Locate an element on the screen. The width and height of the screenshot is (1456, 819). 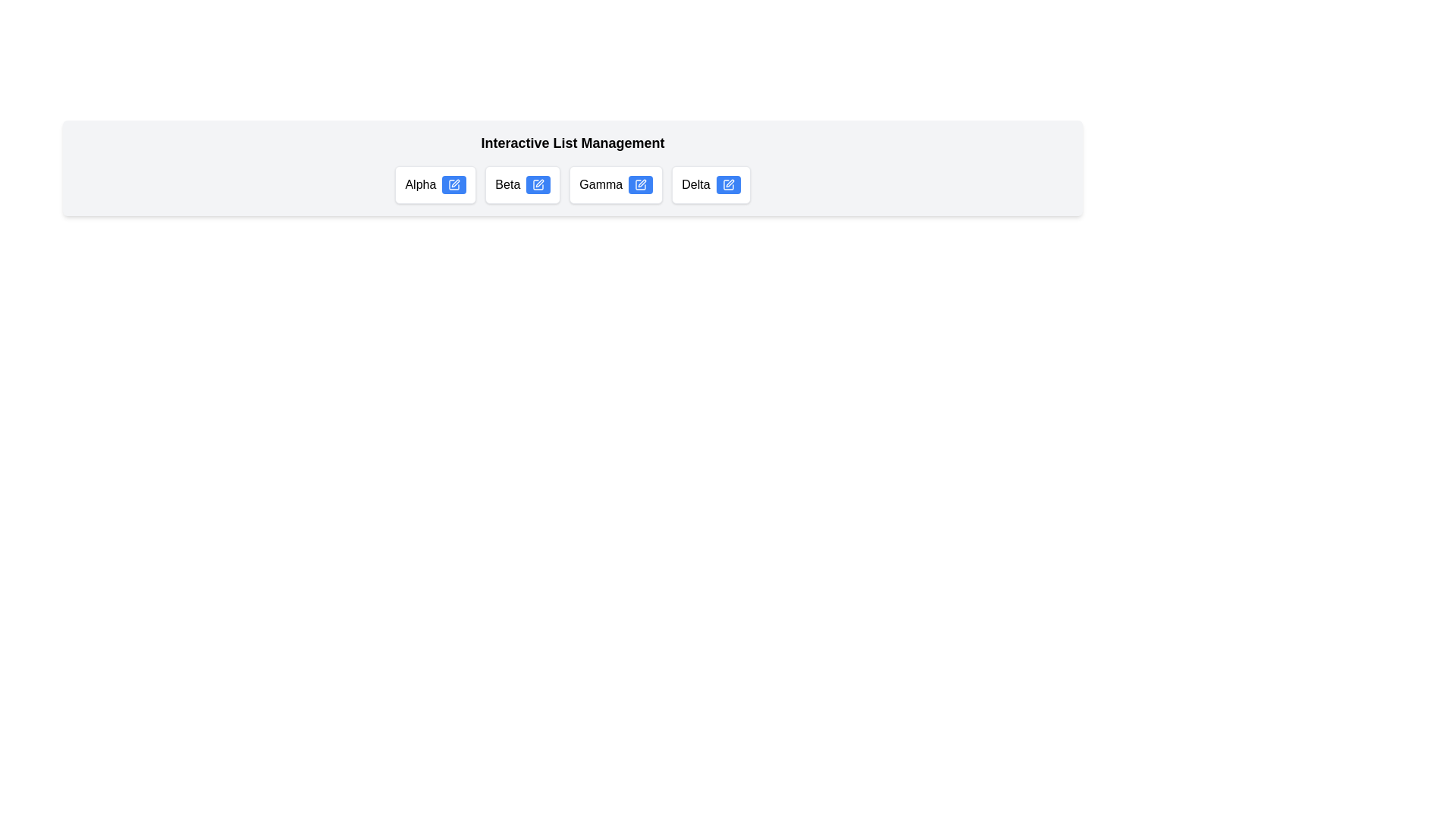
the icon associated with the 'Delta' label, located on the rightmost side of the row of buttons labeled 'Alpha,' 'Beta,' 'Gamma,' and 'Delta' is located at coordinates (730, 183).